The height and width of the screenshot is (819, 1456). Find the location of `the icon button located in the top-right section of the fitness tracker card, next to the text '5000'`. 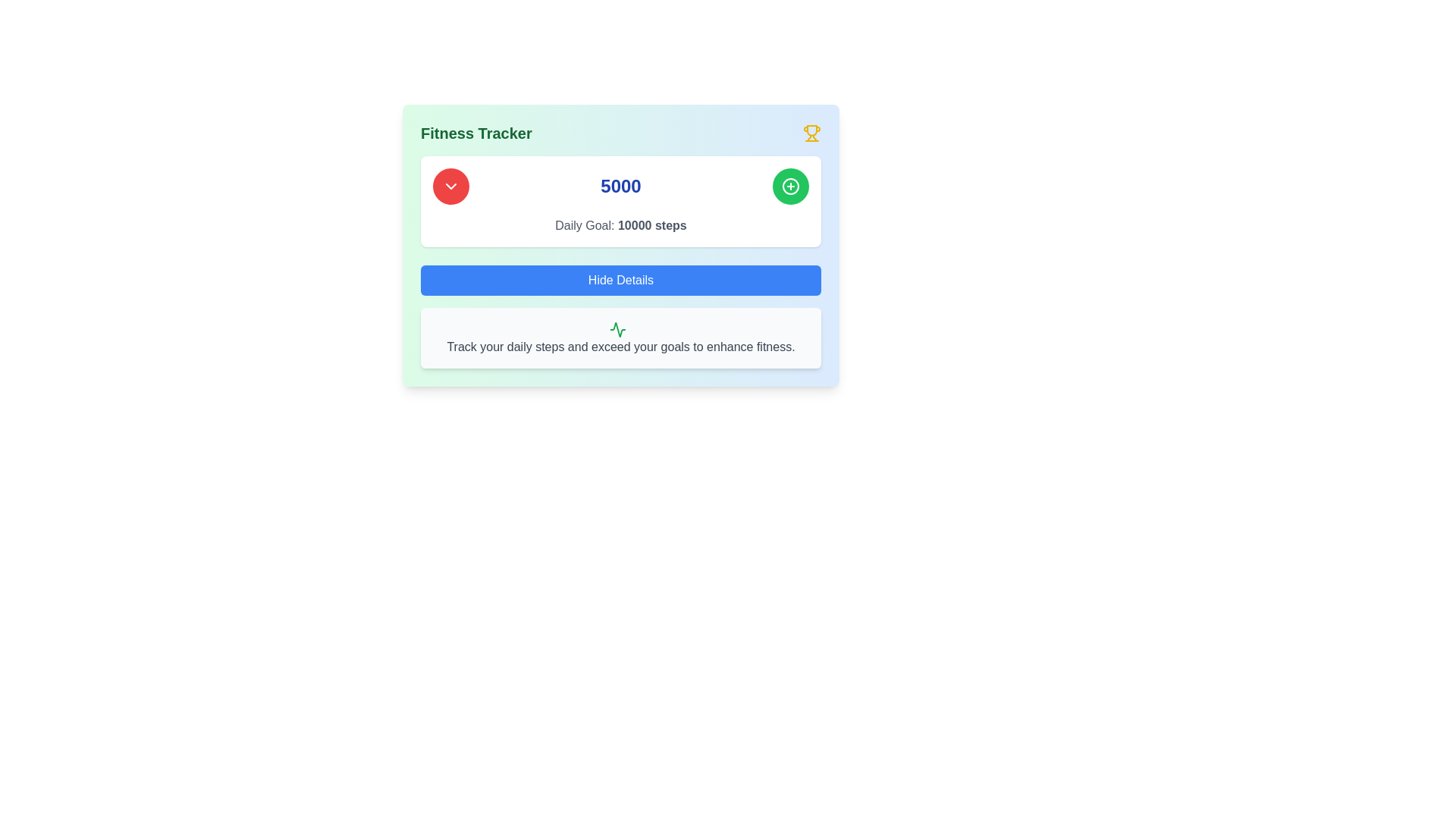

the icon button located in the top-right section of the fitness tracker card, next to the text '5000' is located at coordinates (789, 186).